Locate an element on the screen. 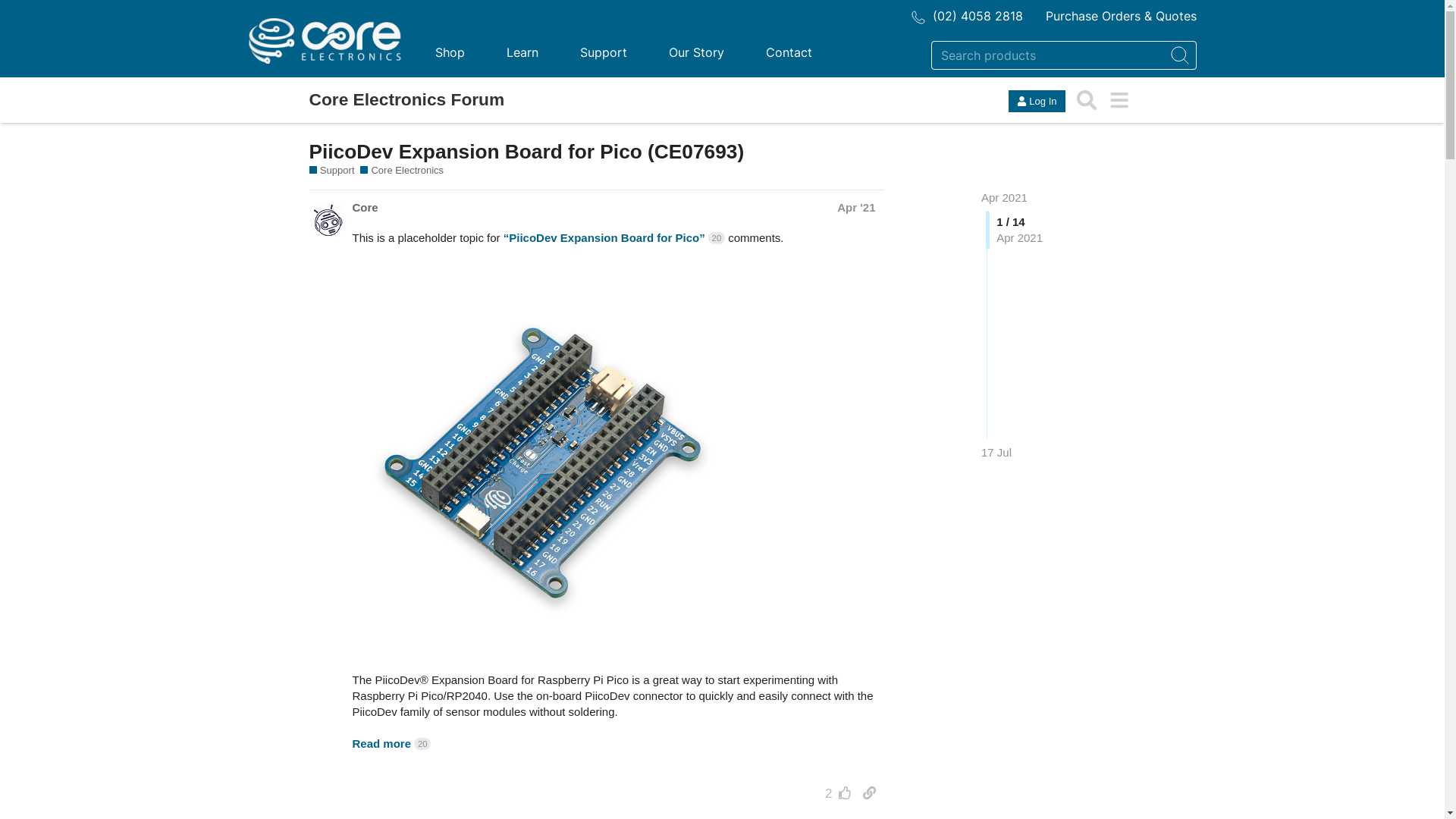  'Core' is located at coordinates (351, 207).